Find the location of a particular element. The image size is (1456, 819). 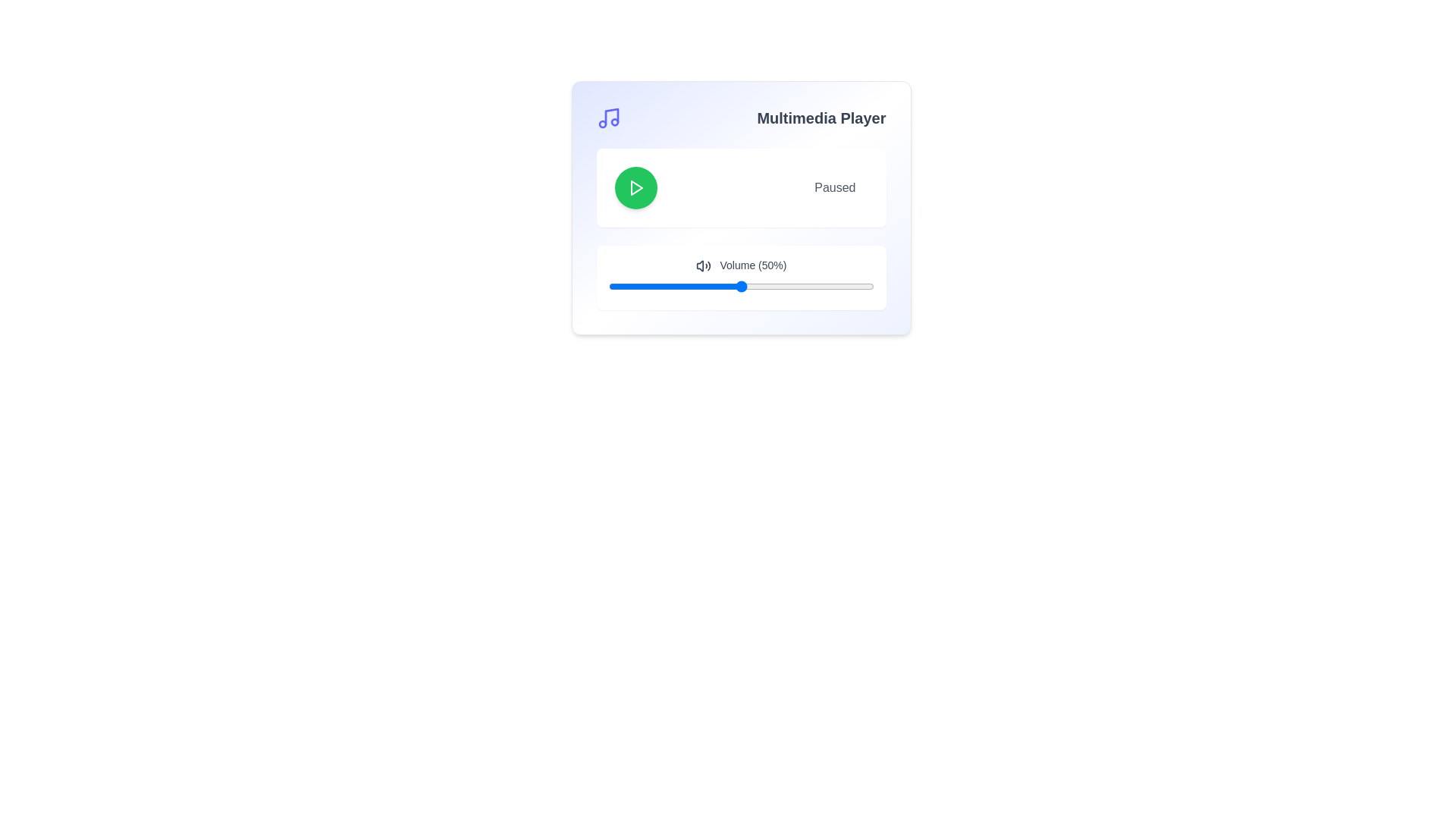

the volume slider is located at coordinates (825, 287).